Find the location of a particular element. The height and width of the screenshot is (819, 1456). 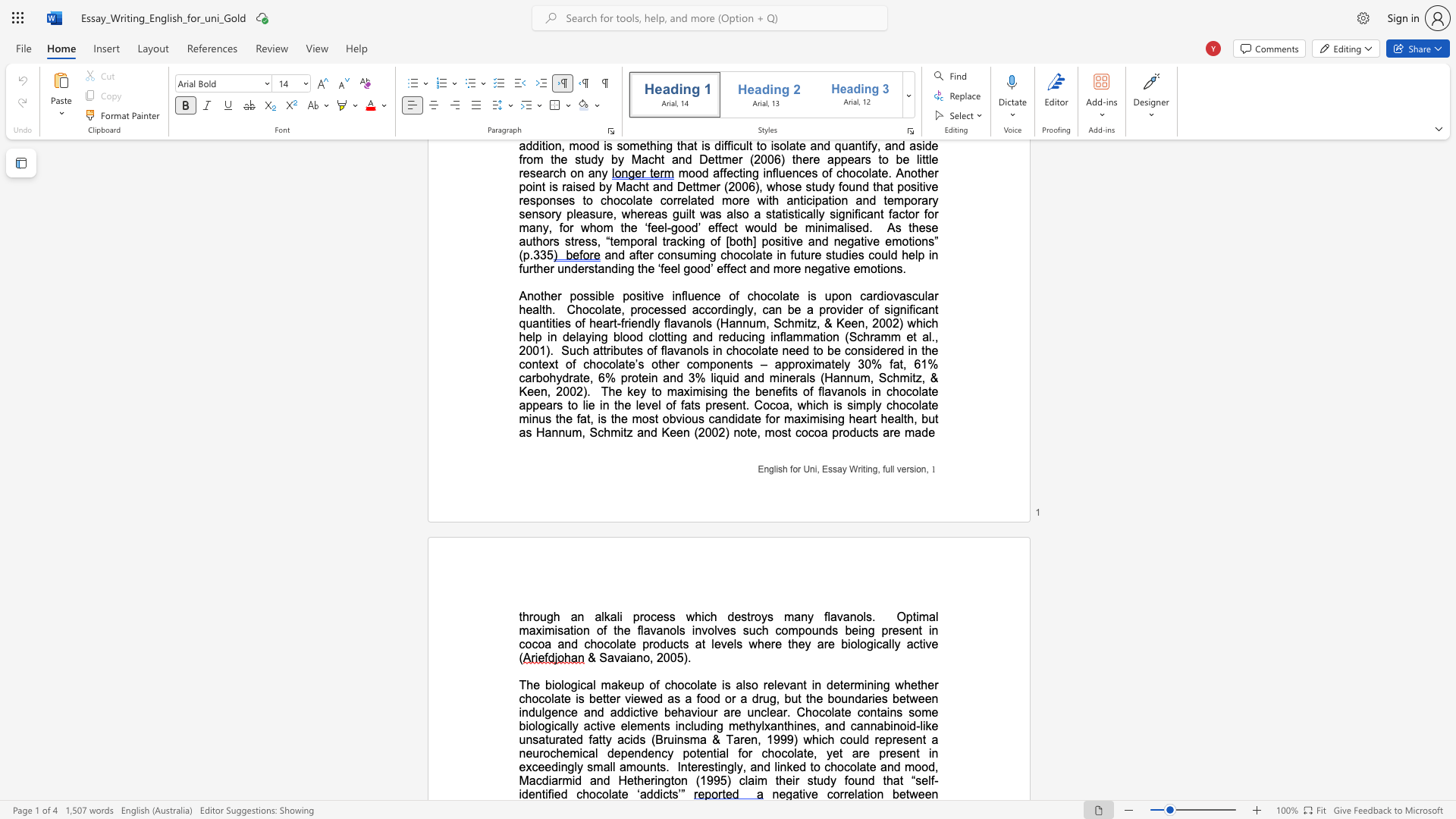

the subset text "ls" within the text "The biological makeup of chocolate is also relevant in" is located at coordinates (742, 685).